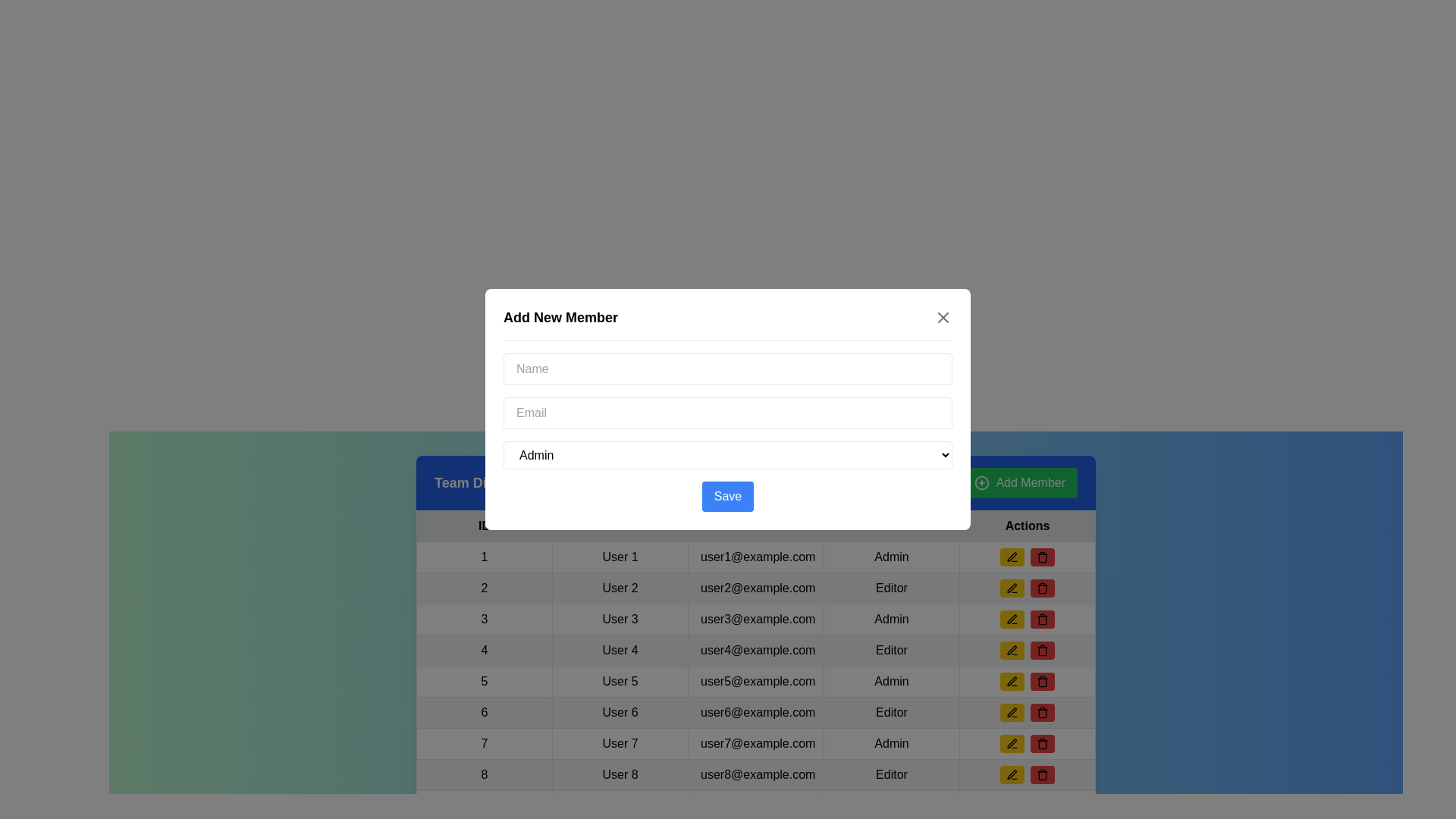 The image size is (1456, 819). Describe the element at coordinates (1012, 775) in the screenshot. I see `the edit icon` at that location.